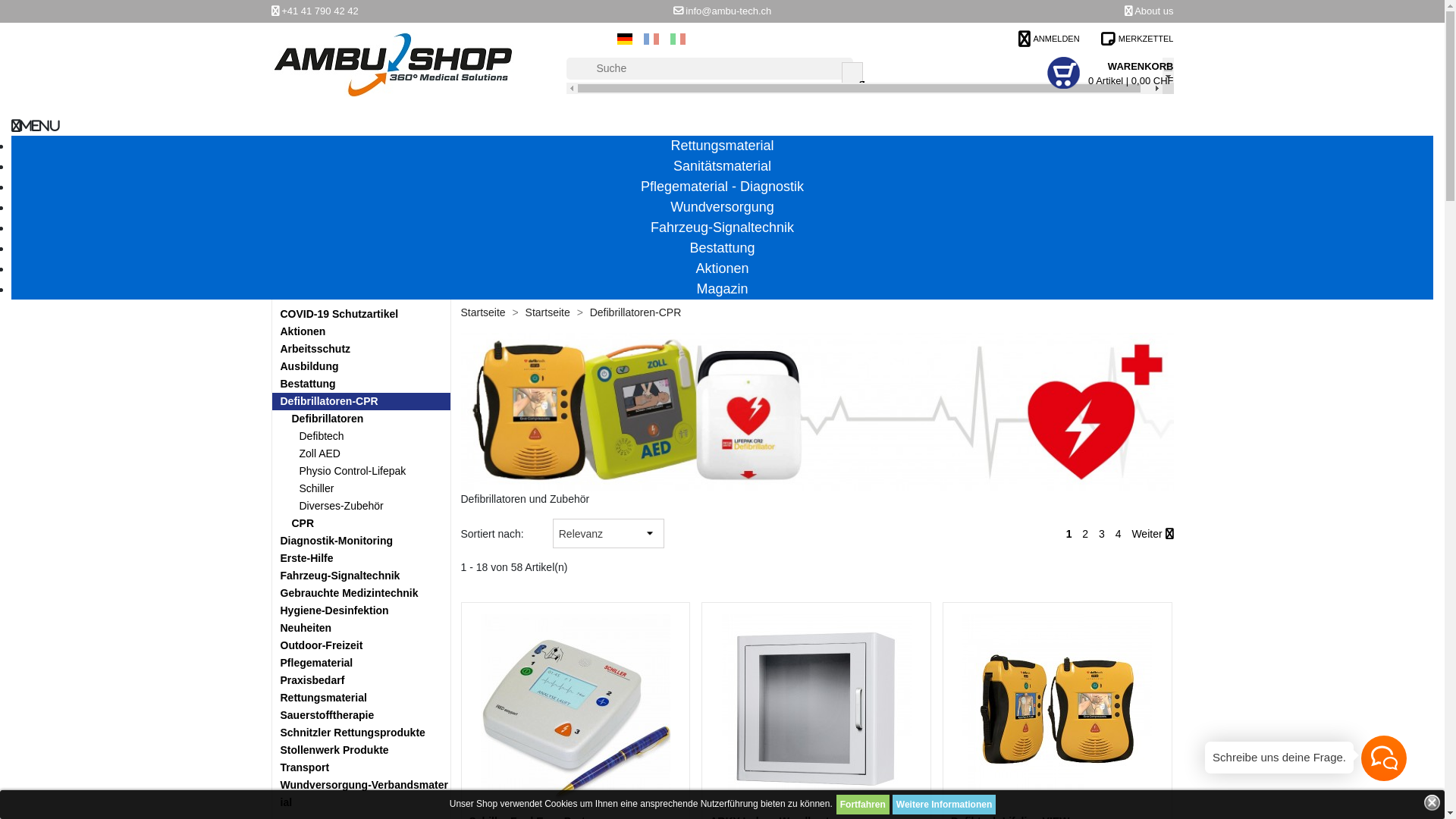 This screenshot has height=819, width=1456. Describe the element at coordinates (359, 522) in the screenshot. I see `'CPR'` at that location.